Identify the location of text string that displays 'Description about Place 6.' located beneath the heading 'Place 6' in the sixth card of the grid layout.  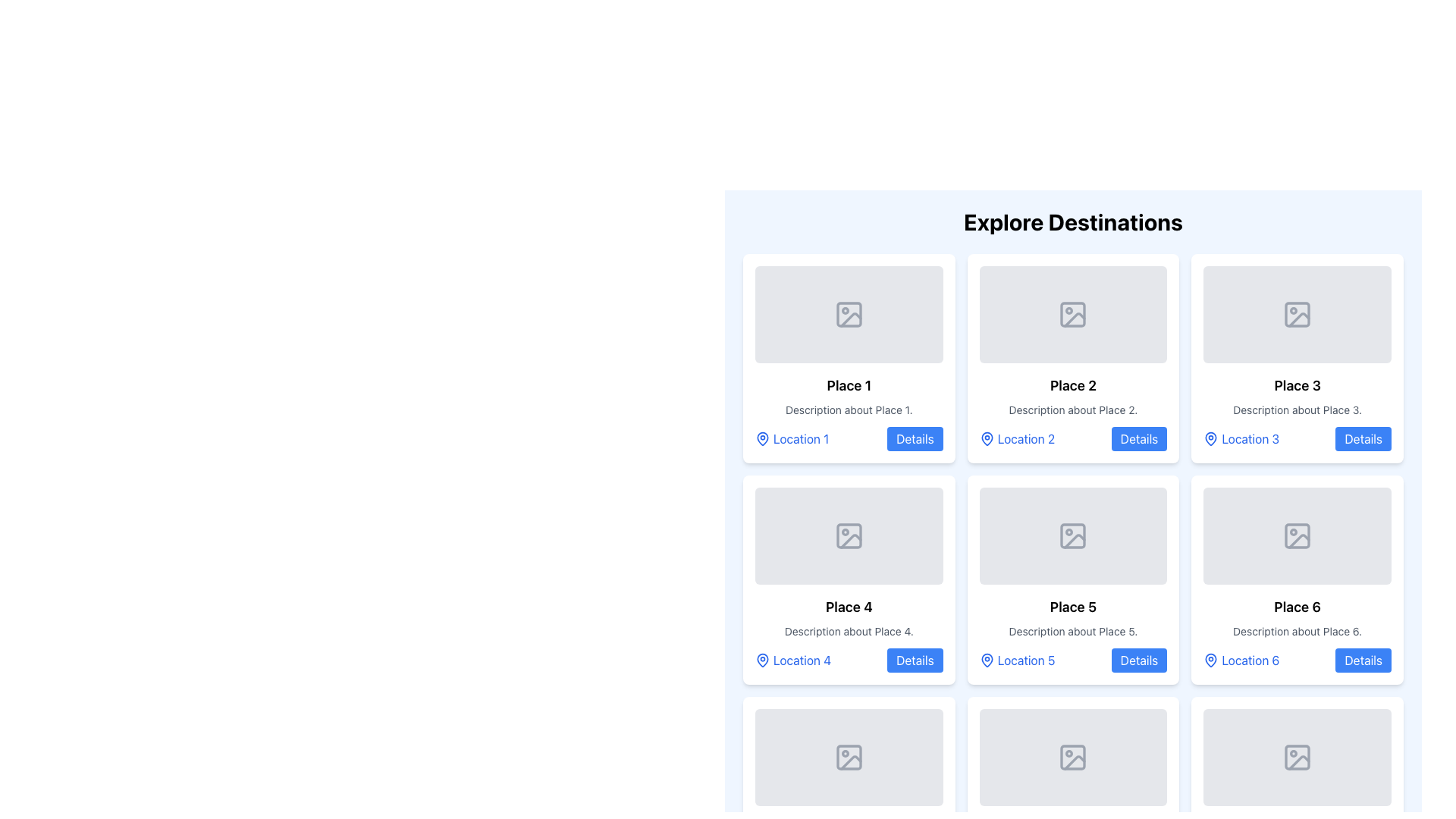
(1297, 632).